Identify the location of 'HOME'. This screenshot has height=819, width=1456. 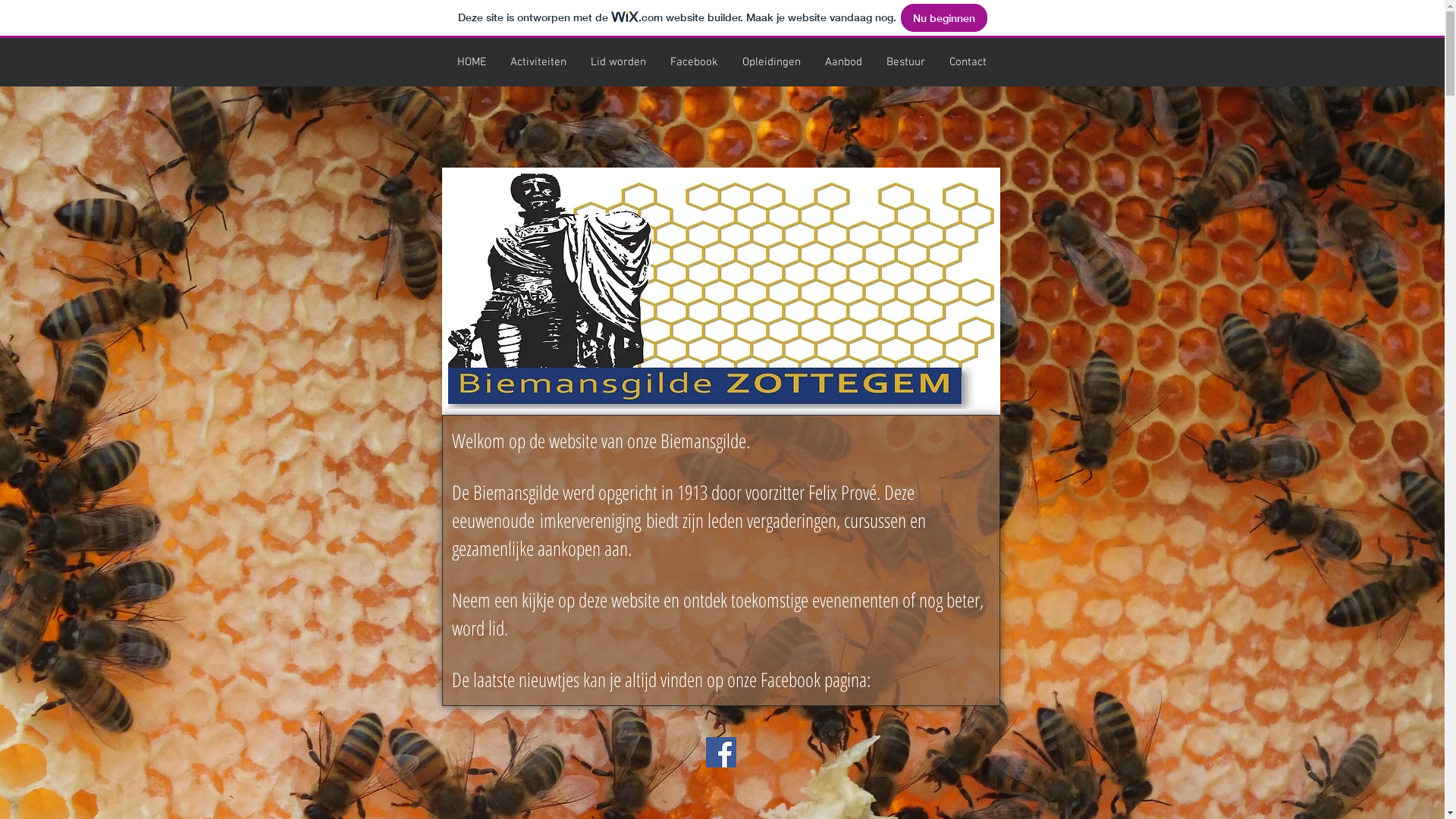
(469, 61).